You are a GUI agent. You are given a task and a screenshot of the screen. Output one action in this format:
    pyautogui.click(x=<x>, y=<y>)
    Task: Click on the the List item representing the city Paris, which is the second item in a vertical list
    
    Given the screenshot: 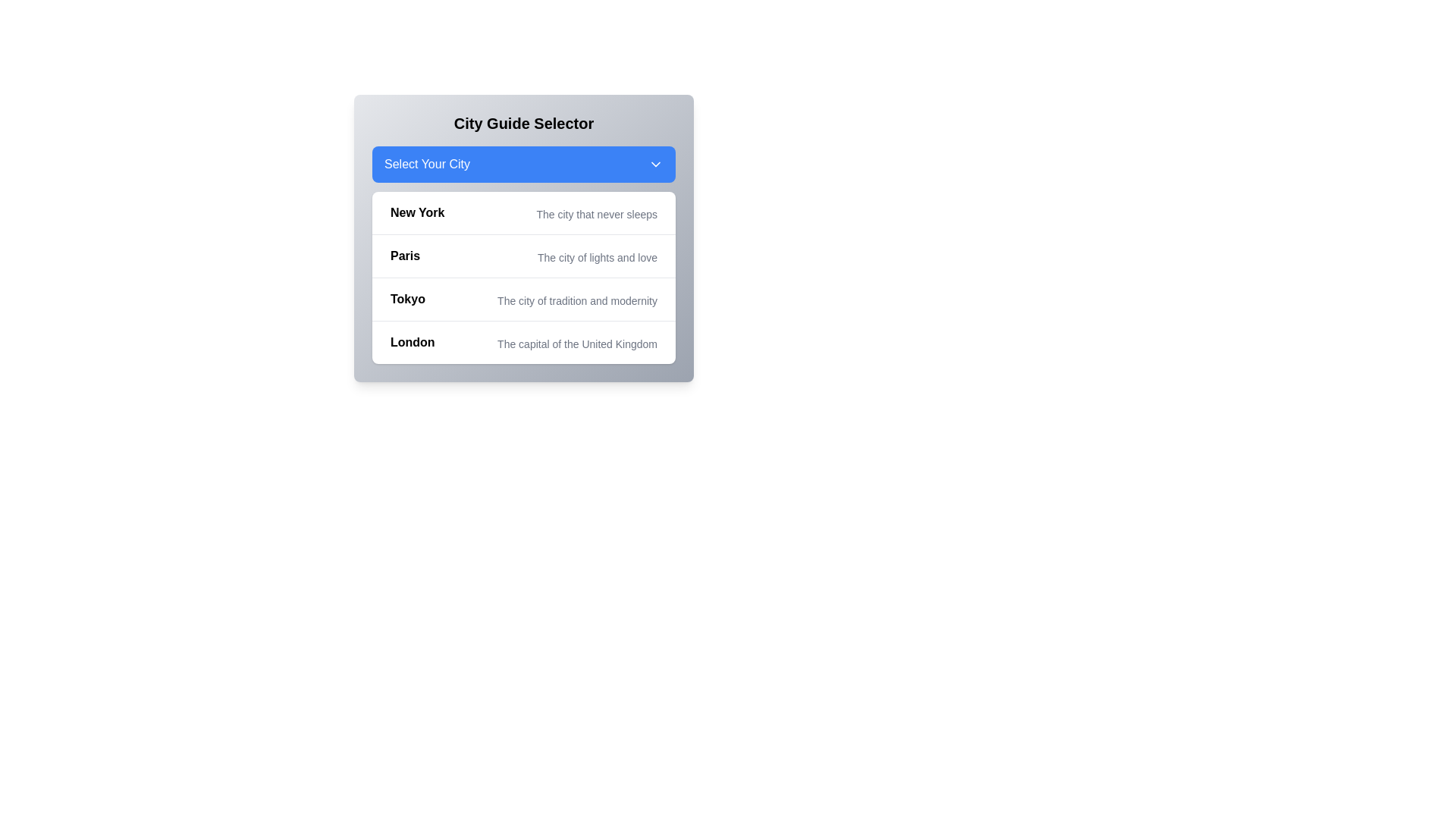 What is the action you would take?
    pyautogui.click(x=524, y=254)
    